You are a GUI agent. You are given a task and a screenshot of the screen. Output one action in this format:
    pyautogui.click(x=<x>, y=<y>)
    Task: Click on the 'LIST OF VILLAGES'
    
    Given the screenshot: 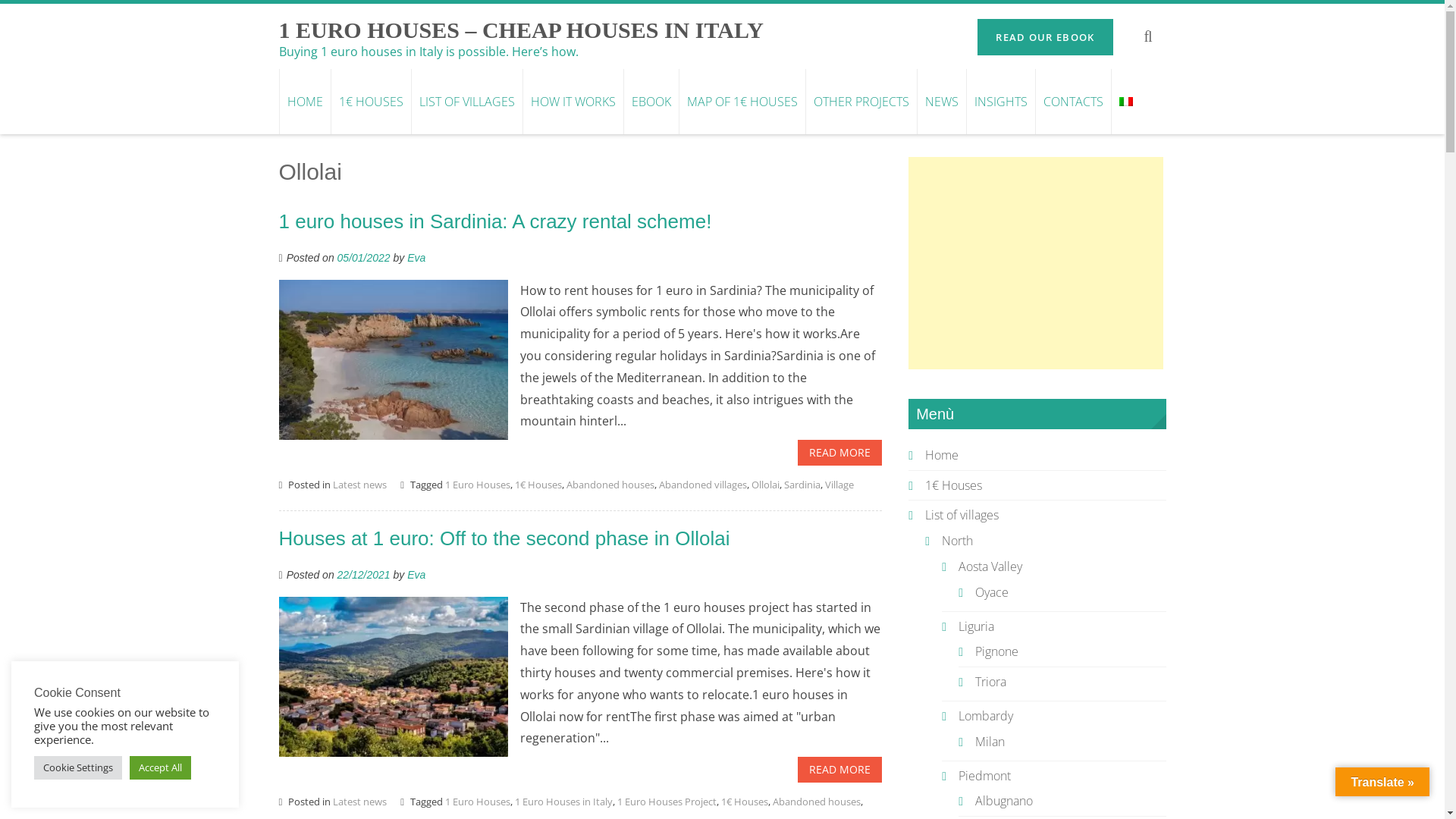 What is the action you would take?
    pyautogui.click(x=466, y=102)
    